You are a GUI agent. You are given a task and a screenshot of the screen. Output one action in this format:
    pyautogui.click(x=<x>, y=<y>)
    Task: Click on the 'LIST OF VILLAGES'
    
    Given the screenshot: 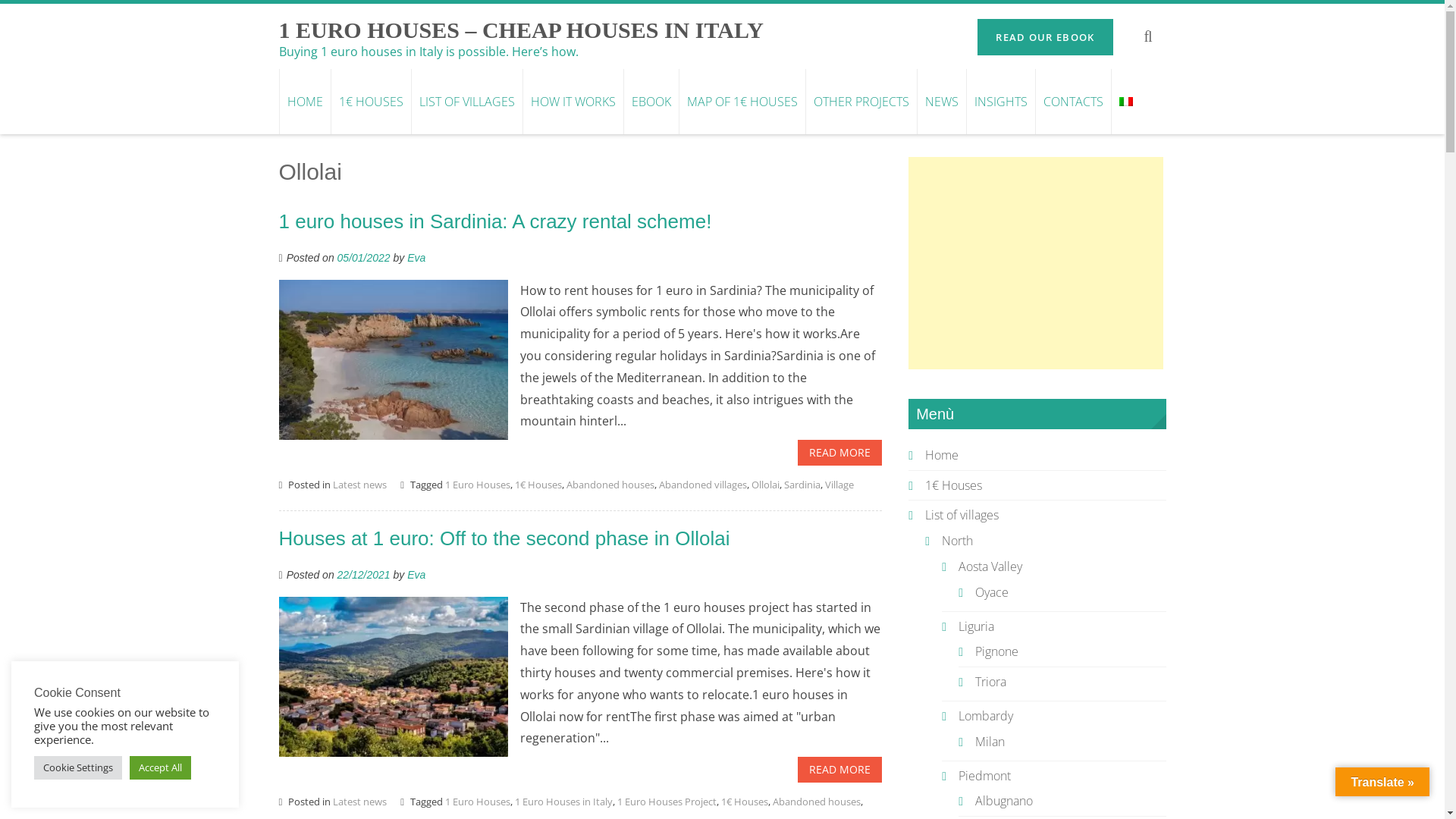 What is the action you would take?
    pyautogui.click(x=466, y=102)
    